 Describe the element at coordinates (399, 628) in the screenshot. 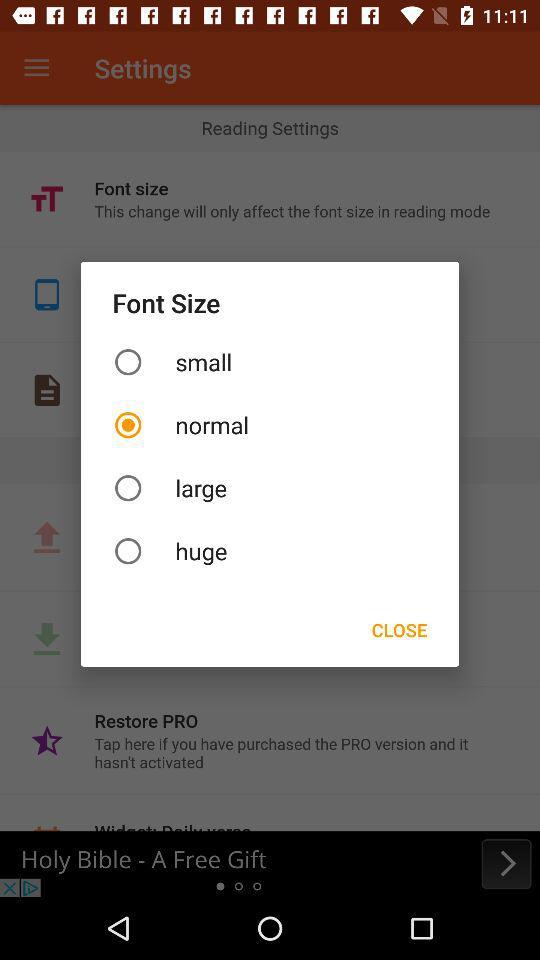

I see `close on the right` at that location.